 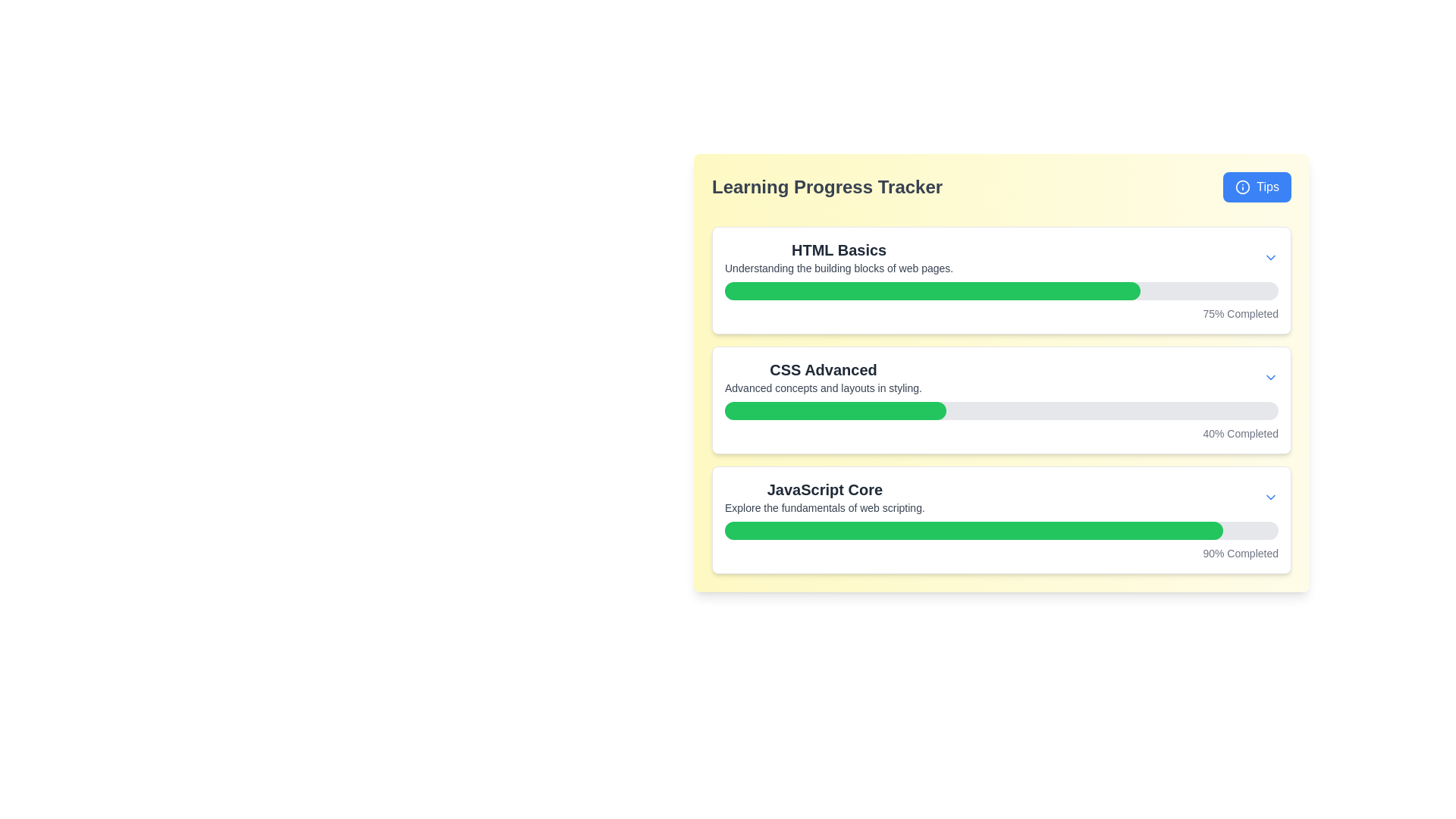 What do you see at coordinates (1270, 376) in the screenshot?
I see `the downward-pointing blue chevron icon located at the end of the 'CSS Advanced Advanced concepts and layouts in styling.' section to check for any appearance changes` at bounding box center [1270, 376].